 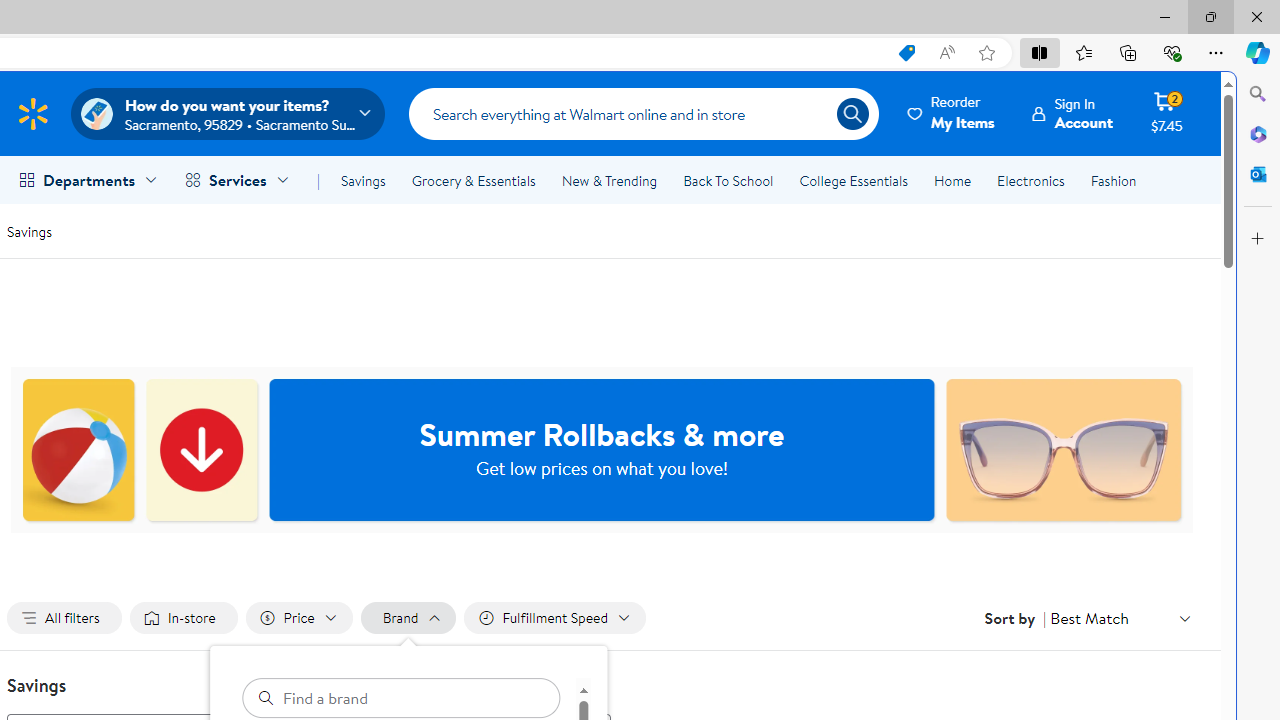 What do you see at coordinates (853, 181) in the screenshot?
I see `'College Essentials'` at bounding box center [853, 181].